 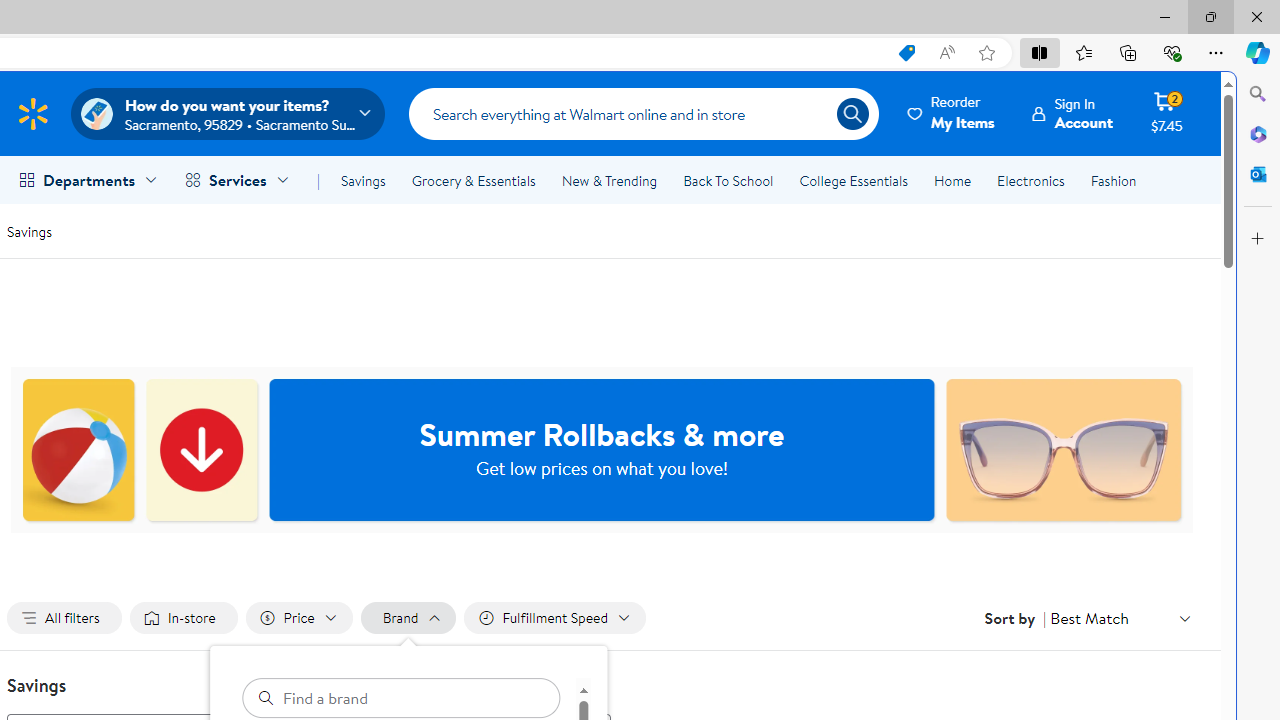 What do you see at coordinates (853, 181) in the screenshot?
I see `'College Essentials'` at bounding box center [853, 181].